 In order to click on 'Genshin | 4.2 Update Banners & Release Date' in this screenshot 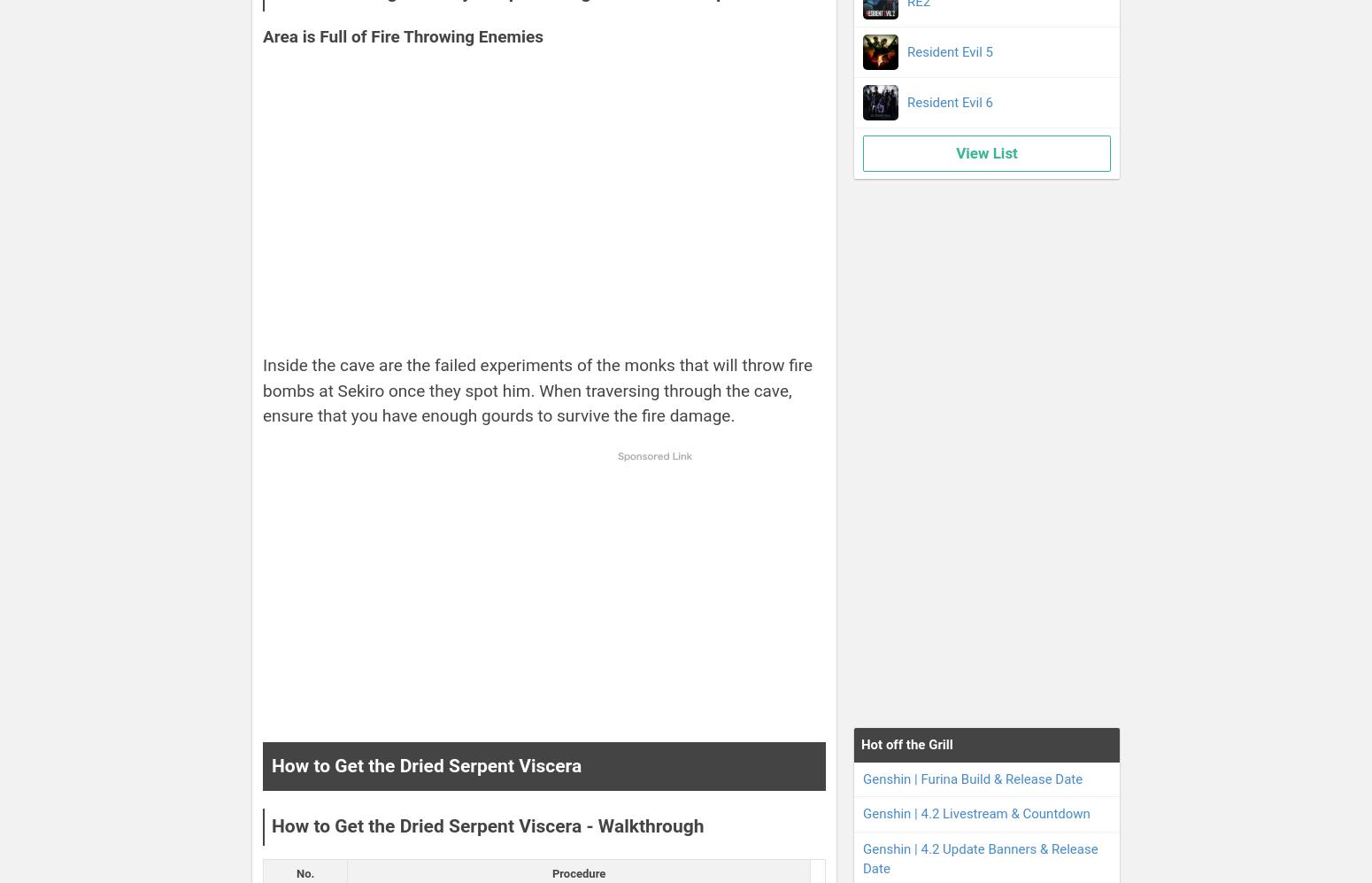, I will do `click(979, 857)`.